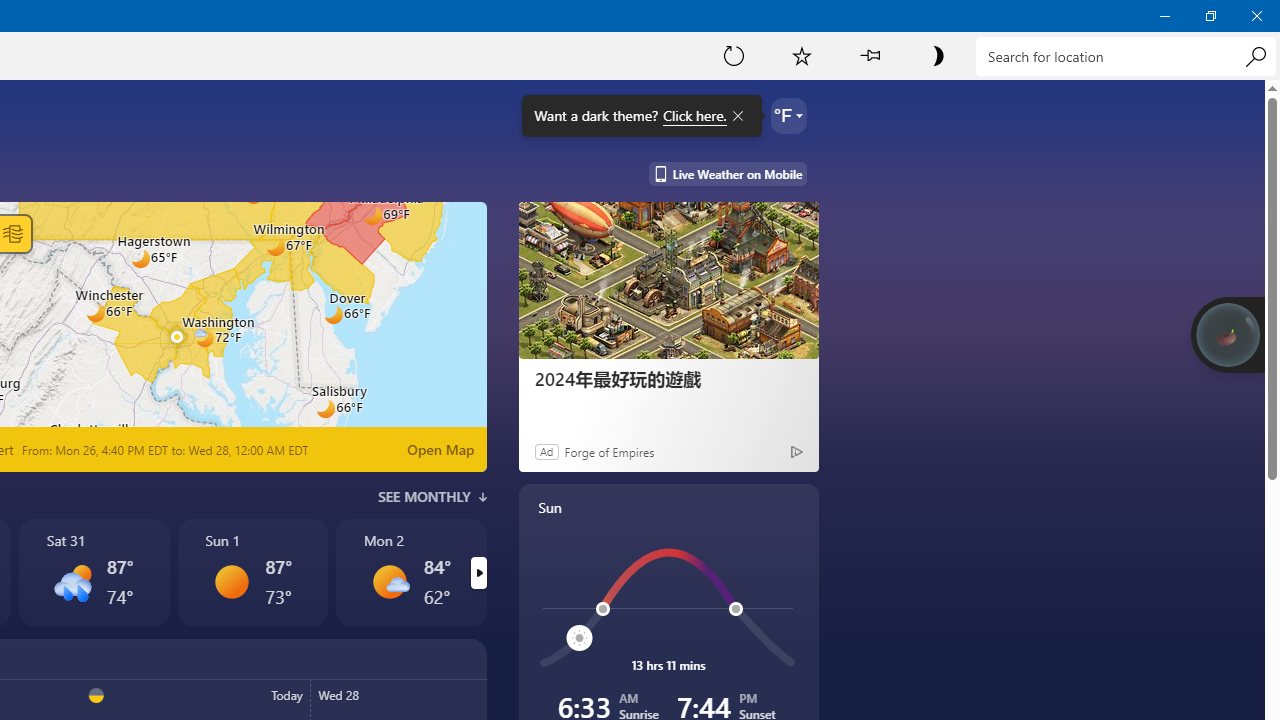 The width and height of the screenshot is (1280, 720). Describe the element at coordinates (936, 54) in the screenshot. I see `'Turn on dark theme'` at that location.